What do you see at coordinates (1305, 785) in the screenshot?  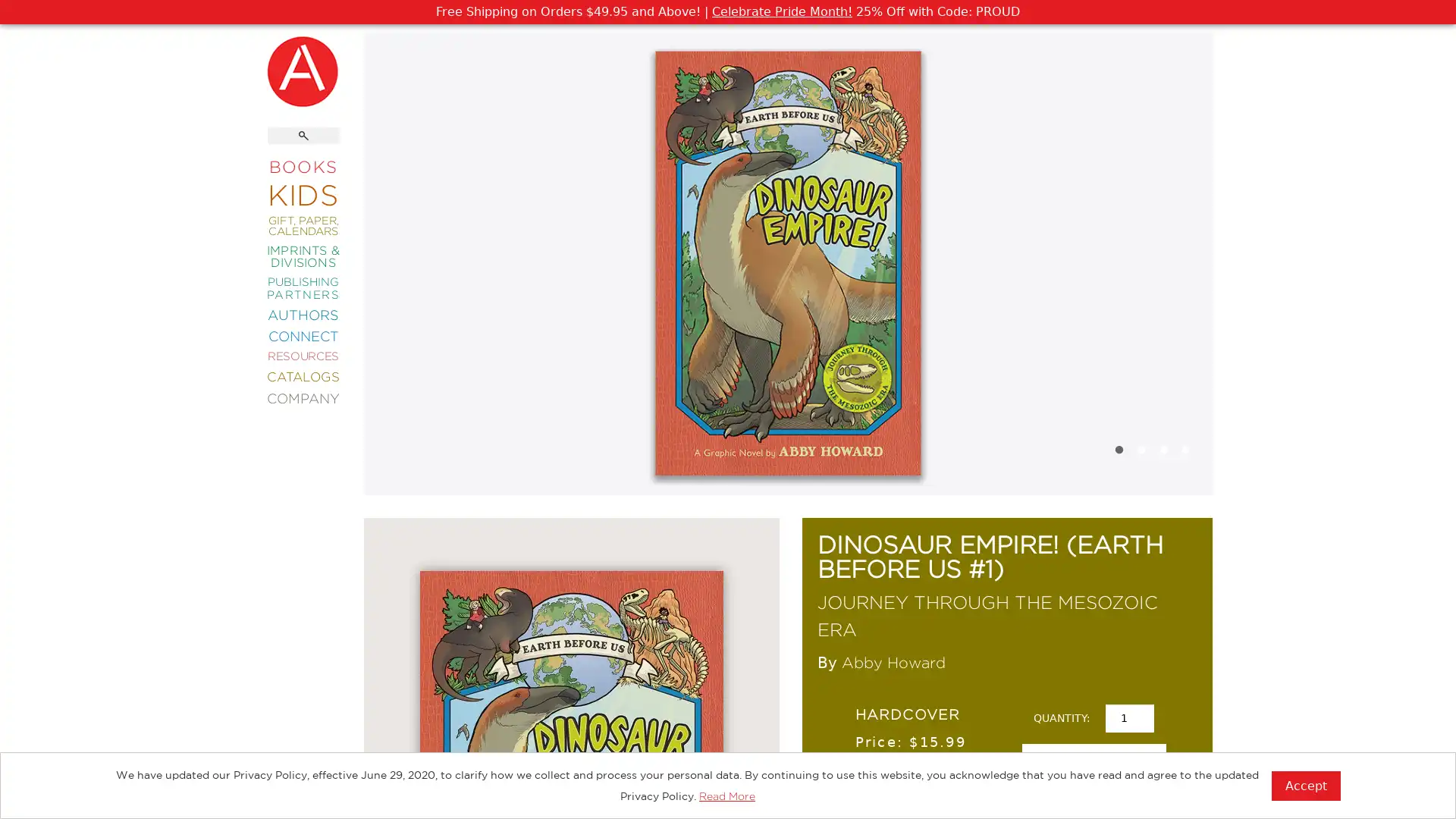 I see `Accept?` at bounding box center [1305, 785].